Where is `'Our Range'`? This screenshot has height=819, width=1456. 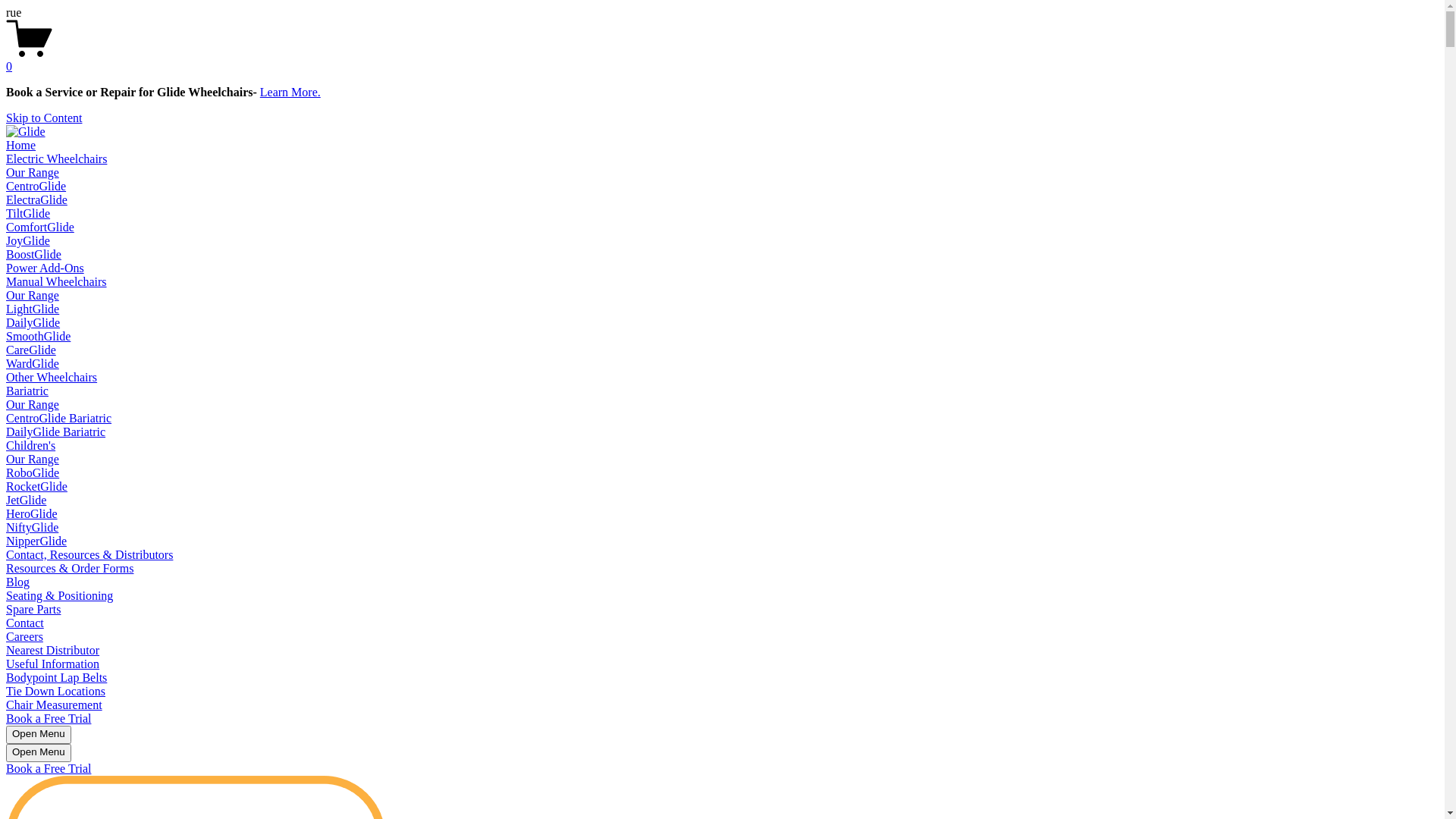 'Our Range' is located at coordinates (33, 171).